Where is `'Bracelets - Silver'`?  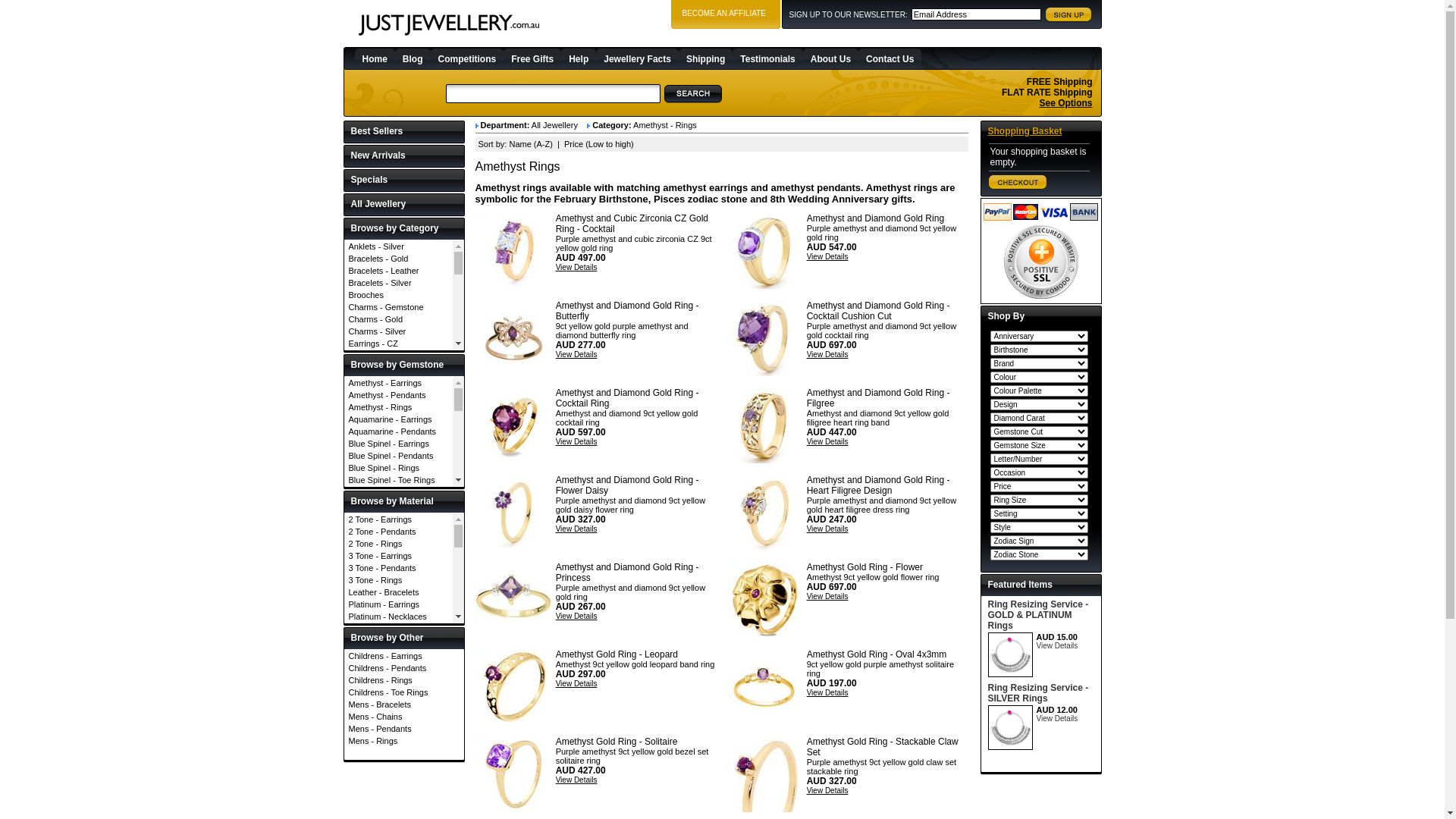
'Bracelets - Silver' is located at coordinates (398, 283).